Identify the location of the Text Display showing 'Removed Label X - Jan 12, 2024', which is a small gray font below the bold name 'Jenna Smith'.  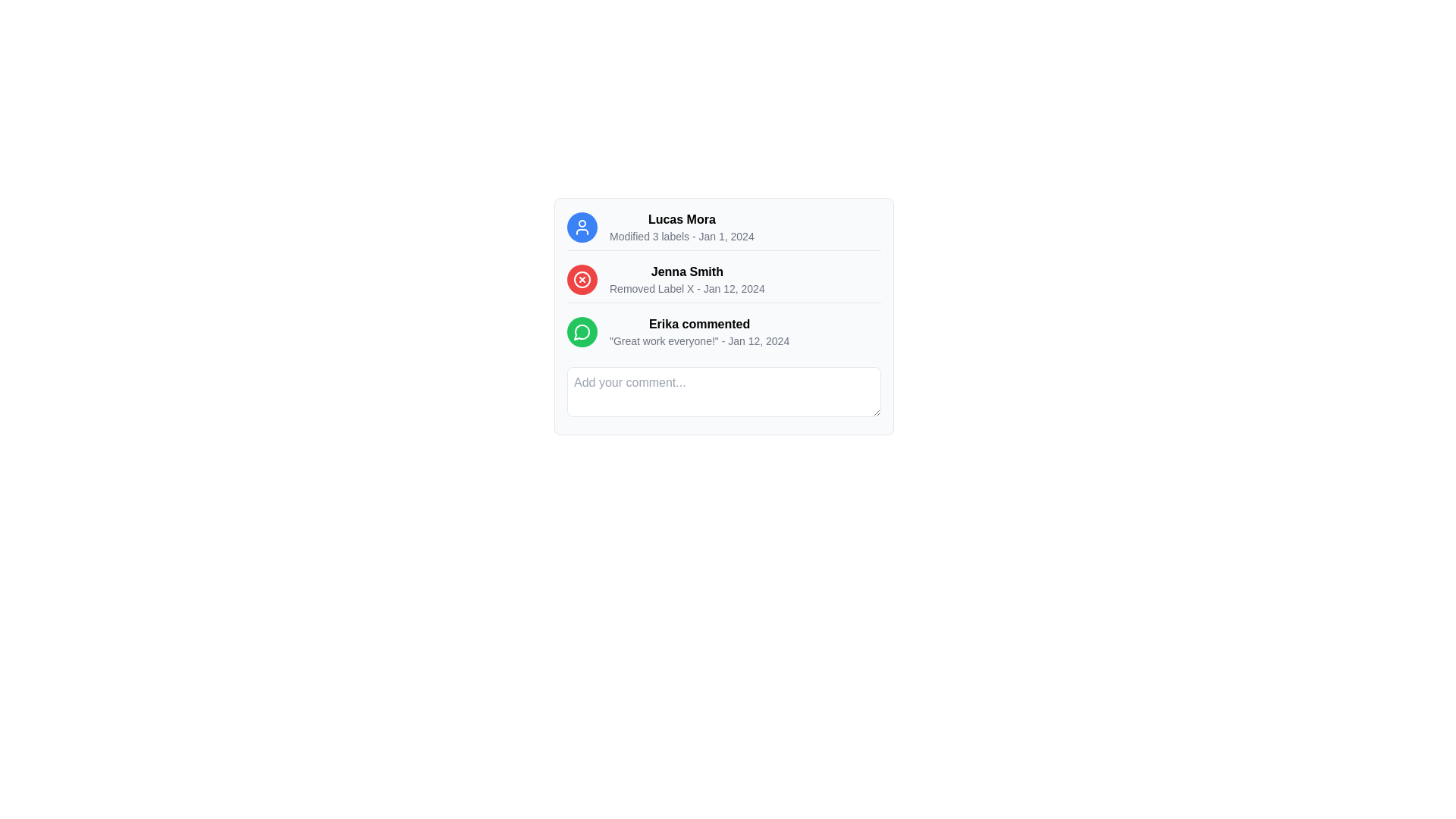
(686, 289).